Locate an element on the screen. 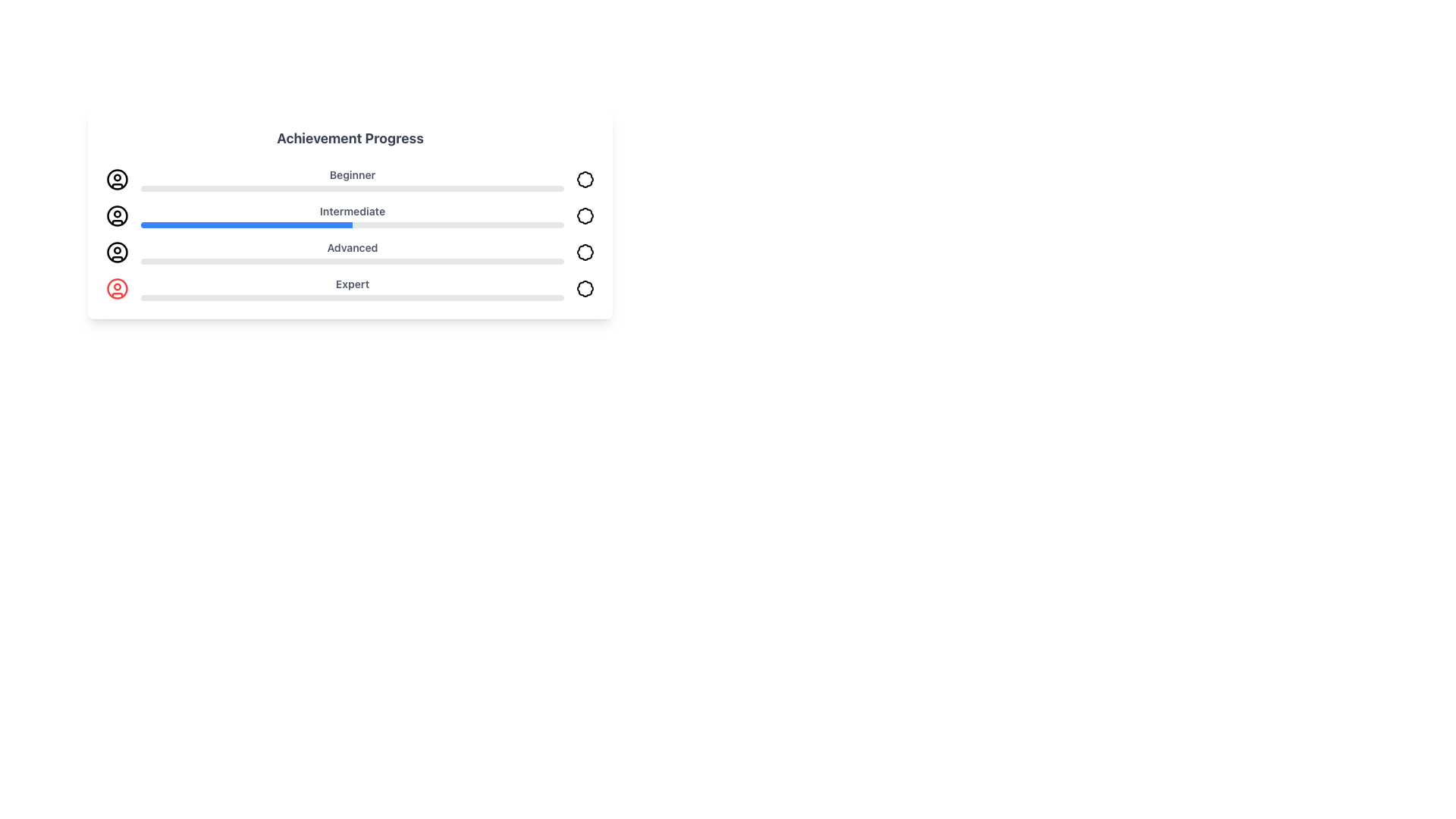  the Progress Indicator labeled 'Intermediate' which is the second item in the vertical list of progress indicators under 'Achievement Progress' is located at coordinates (352, 216).